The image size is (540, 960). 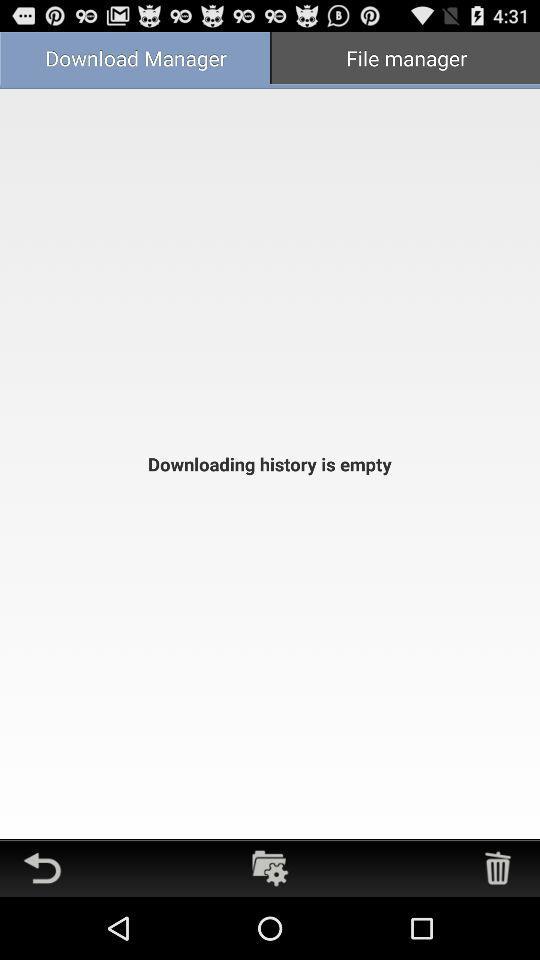 I want to click on the app to the right of the download manager icon, so click(x=405, y=59).